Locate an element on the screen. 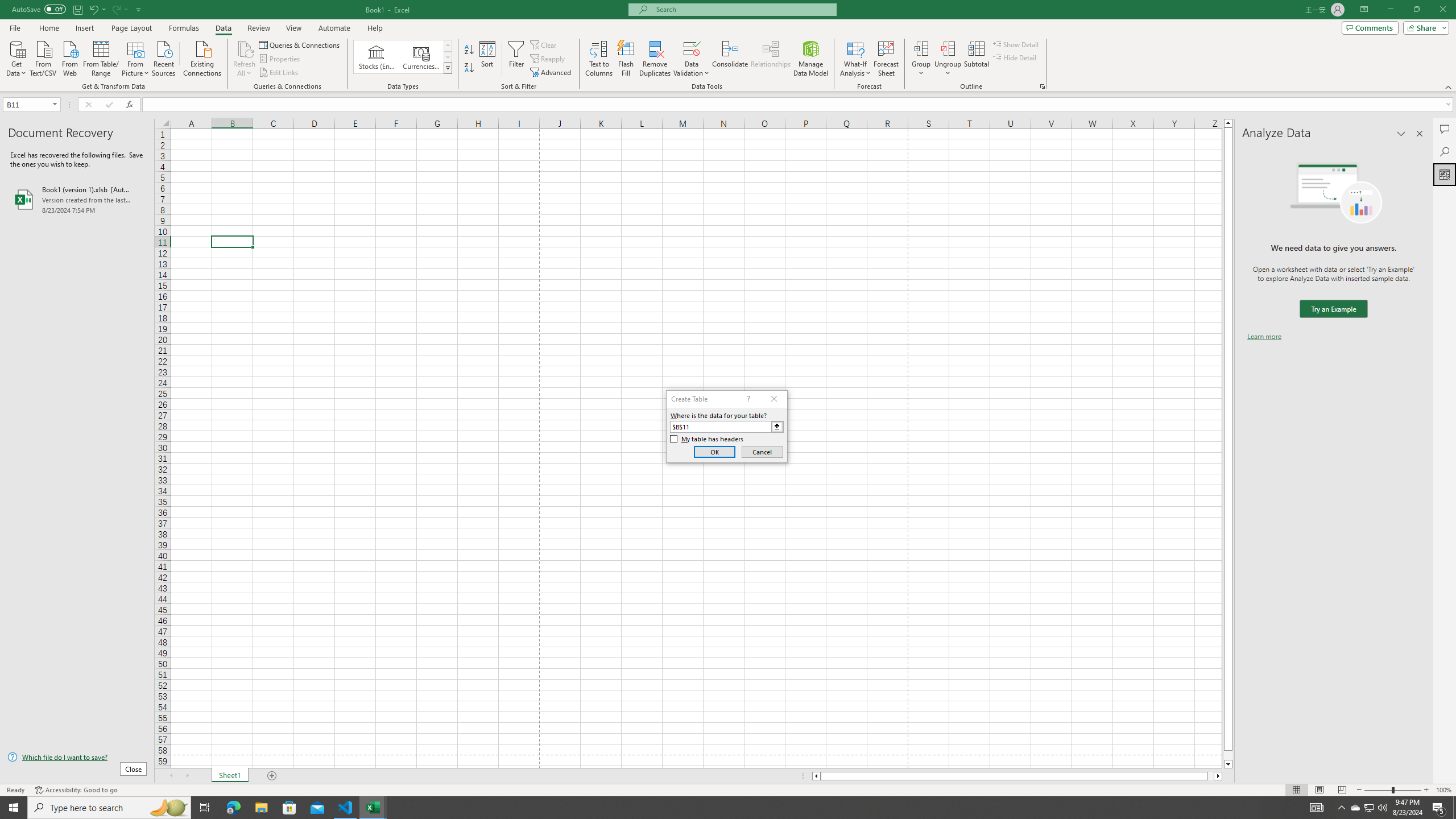 Image resolution: width=1456 pixels, height=819 pixels. 'Review' is located at coordinates (258, 28).